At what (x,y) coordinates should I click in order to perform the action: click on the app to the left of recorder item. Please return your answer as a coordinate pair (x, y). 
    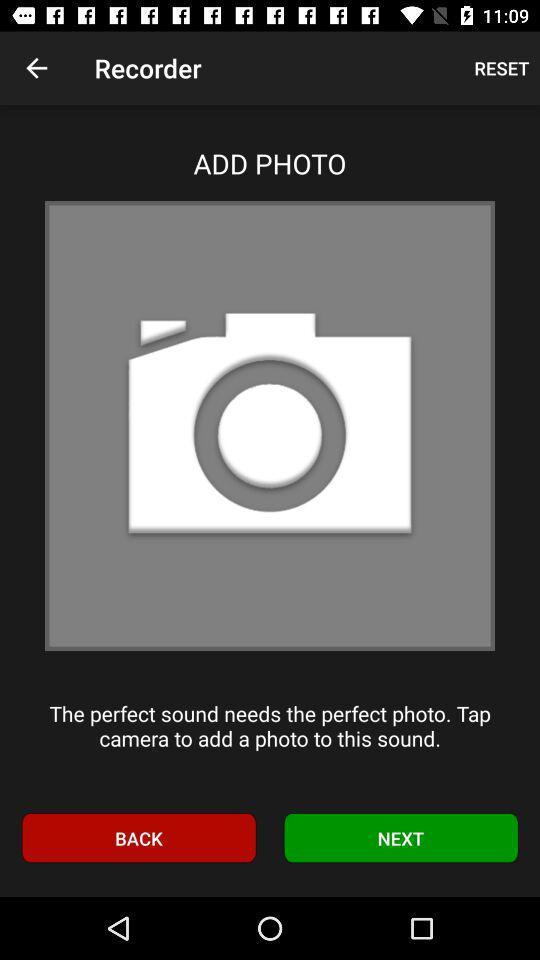
    Looking at the image, I should click on (36, 68).